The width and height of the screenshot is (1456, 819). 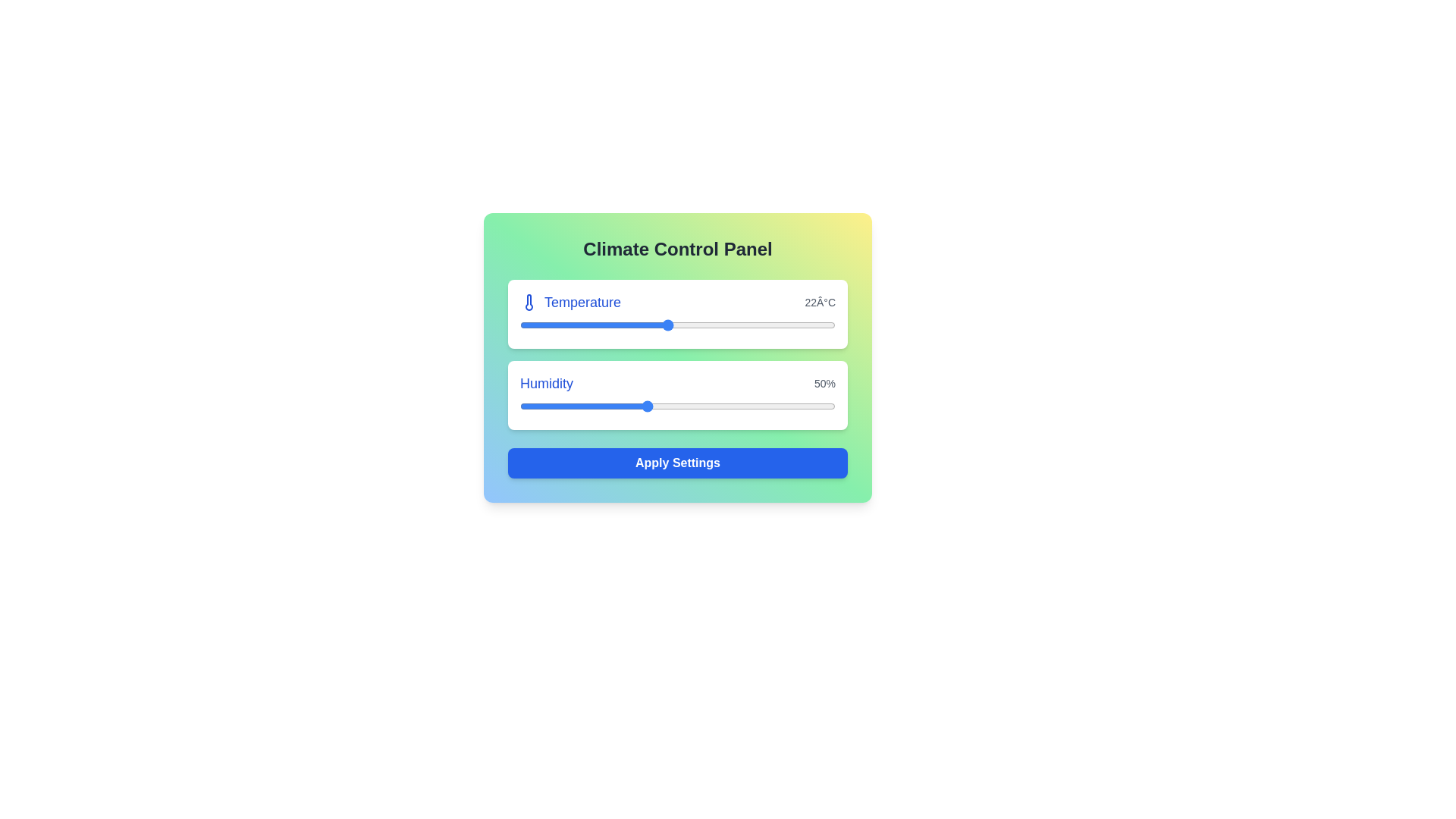 What do you see at coordinates (792, 324) in the screenshot?
I see `the temperature` at bounding box center [792, 324].